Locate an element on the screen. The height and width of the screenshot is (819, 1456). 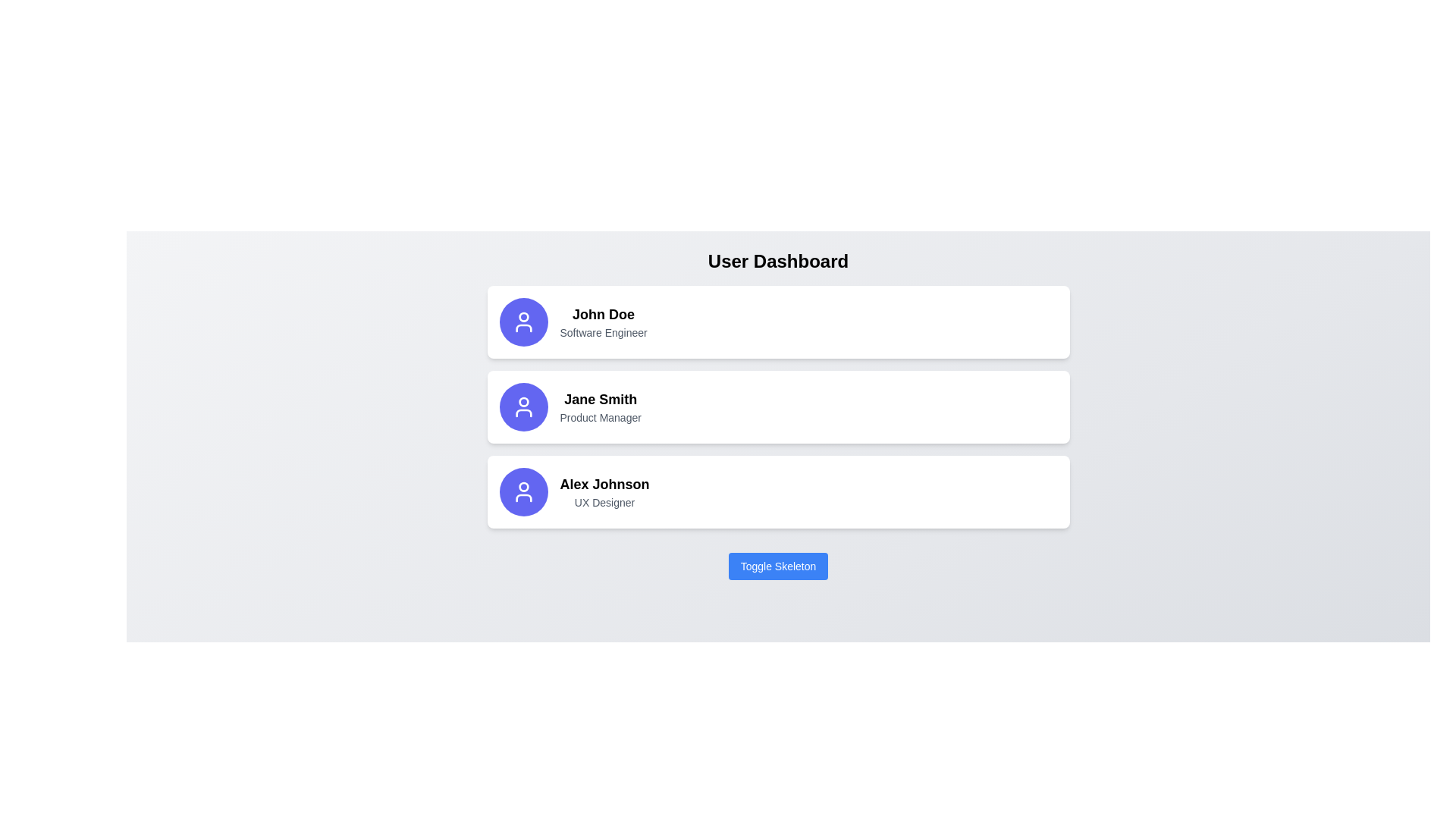
the user profile card displaying user information, positioned as the third card in a vertical list, for further actions is located at coordinates (778, 491).